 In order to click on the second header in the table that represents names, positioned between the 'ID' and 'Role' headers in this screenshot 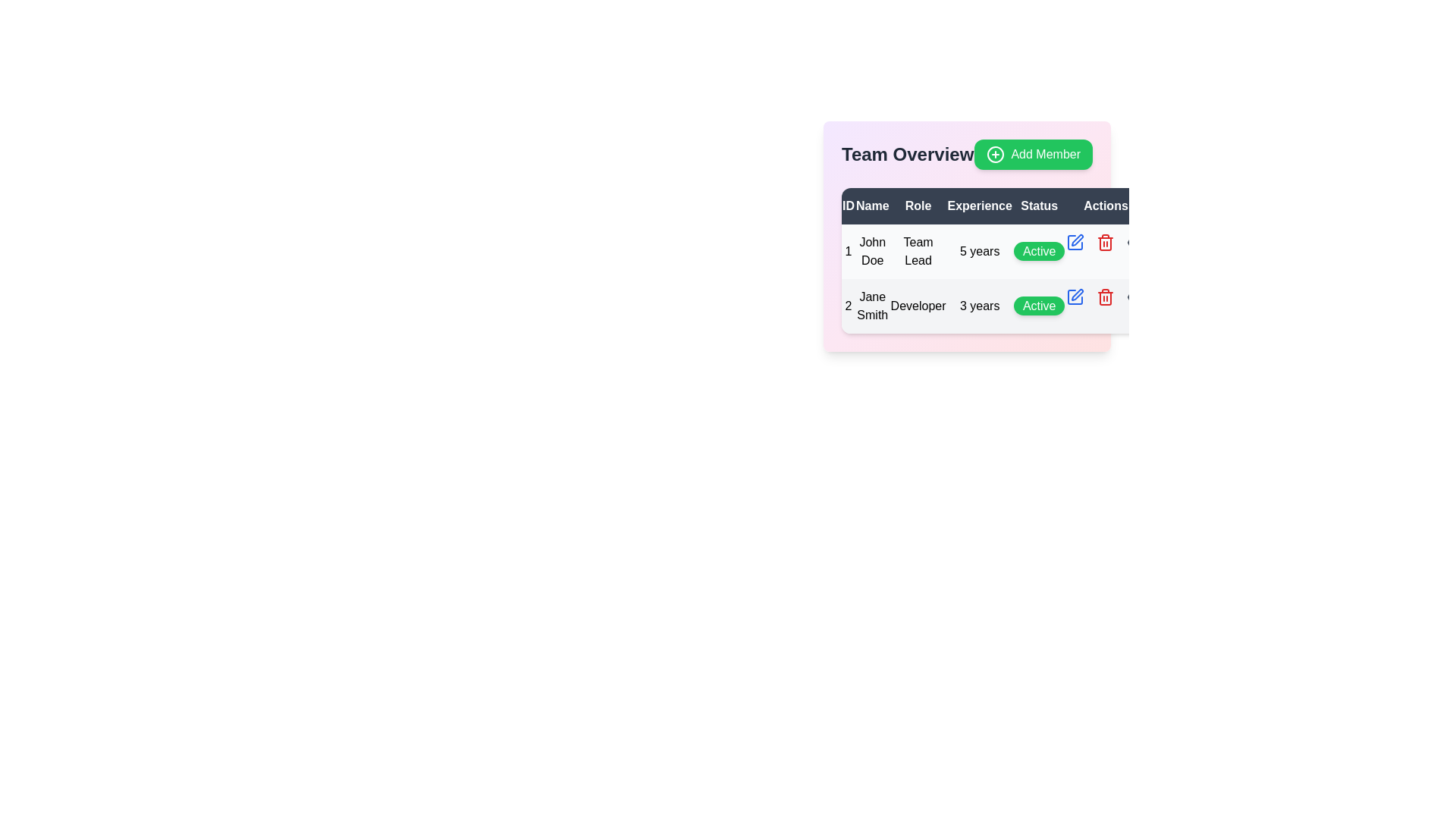, I will do `click(872, 206)`.